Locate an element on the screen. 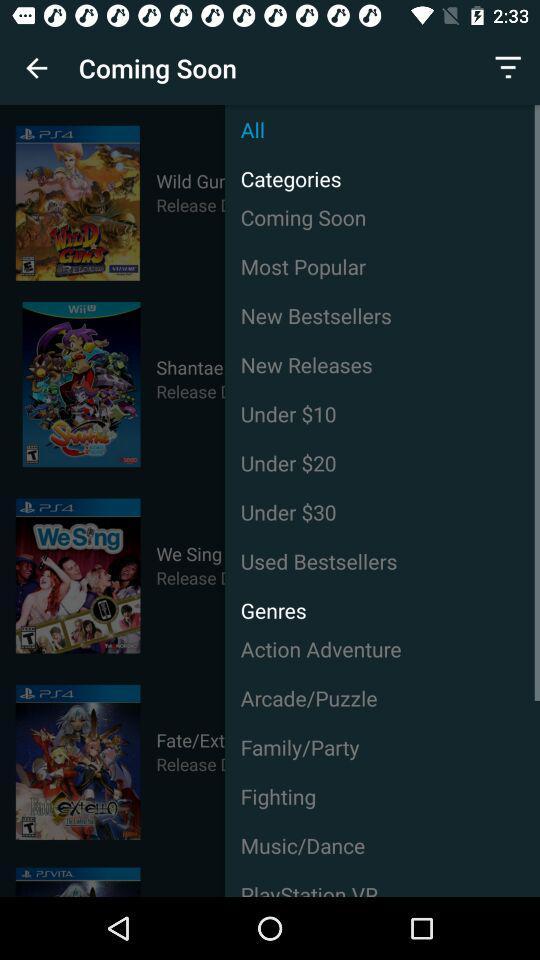 The width and height of the screenshot is (540, 960). icon below under $30 item is located at coordinates (382, 561).